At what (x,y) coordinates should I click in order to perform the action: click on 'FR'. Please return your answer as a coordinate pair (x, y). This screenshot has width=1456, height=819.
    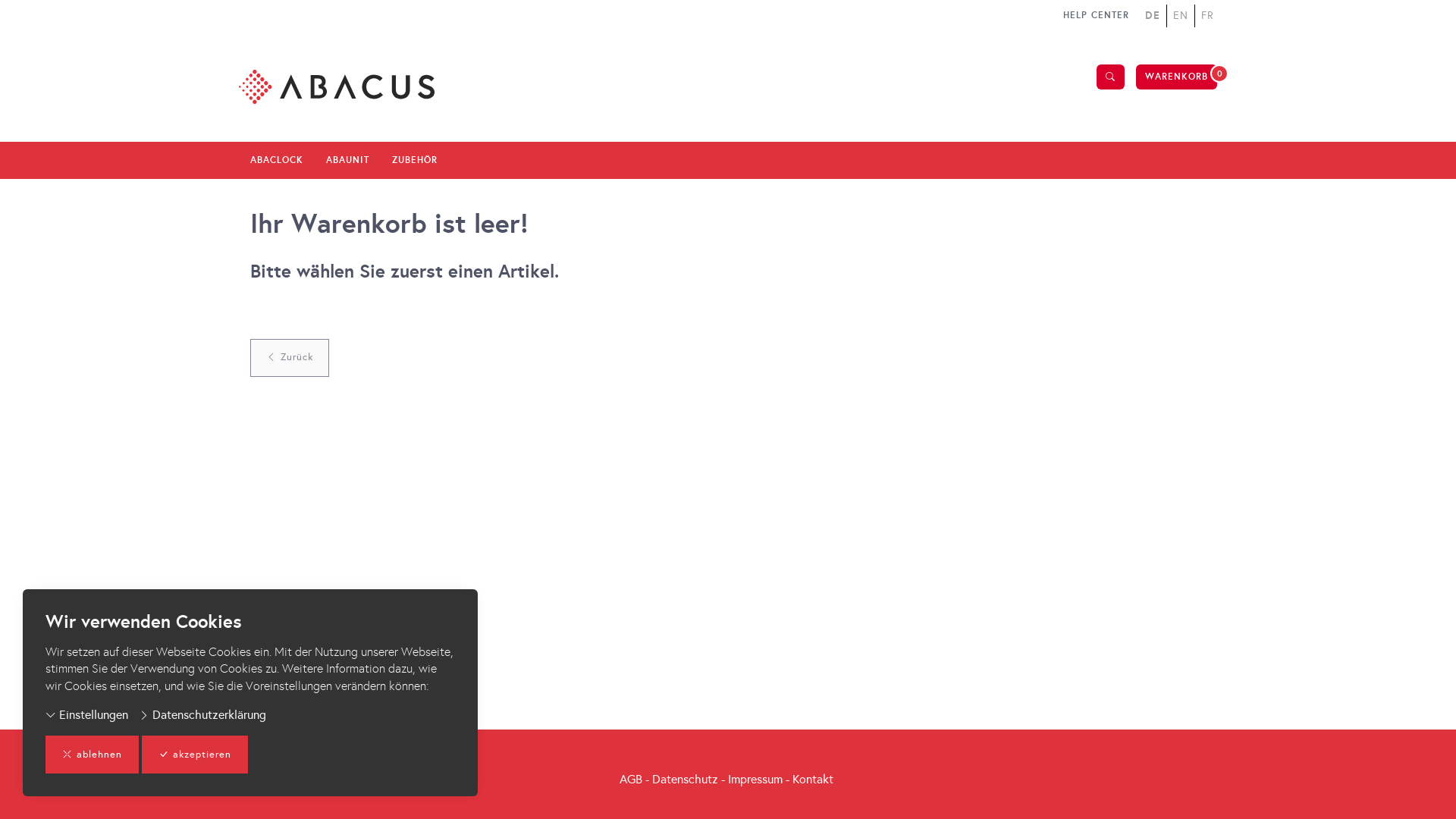
    Looking at the image, I should click on (1204, 15).